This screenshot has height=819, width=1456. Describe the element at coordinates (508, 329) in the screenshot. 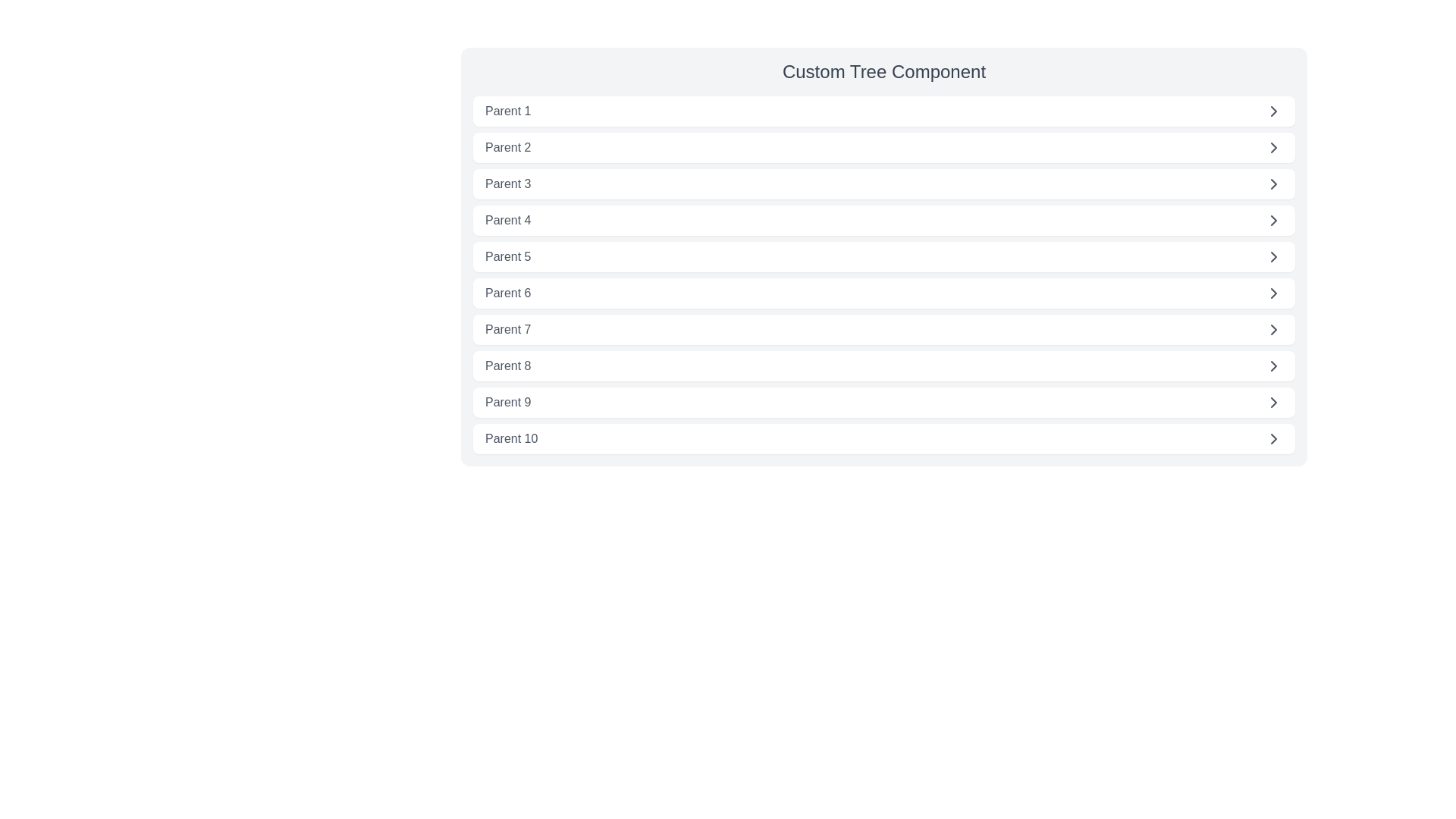

I see `the text label for the seventh item in a vertical list of ten items, which provides context or identification for the associated list item` at that location.